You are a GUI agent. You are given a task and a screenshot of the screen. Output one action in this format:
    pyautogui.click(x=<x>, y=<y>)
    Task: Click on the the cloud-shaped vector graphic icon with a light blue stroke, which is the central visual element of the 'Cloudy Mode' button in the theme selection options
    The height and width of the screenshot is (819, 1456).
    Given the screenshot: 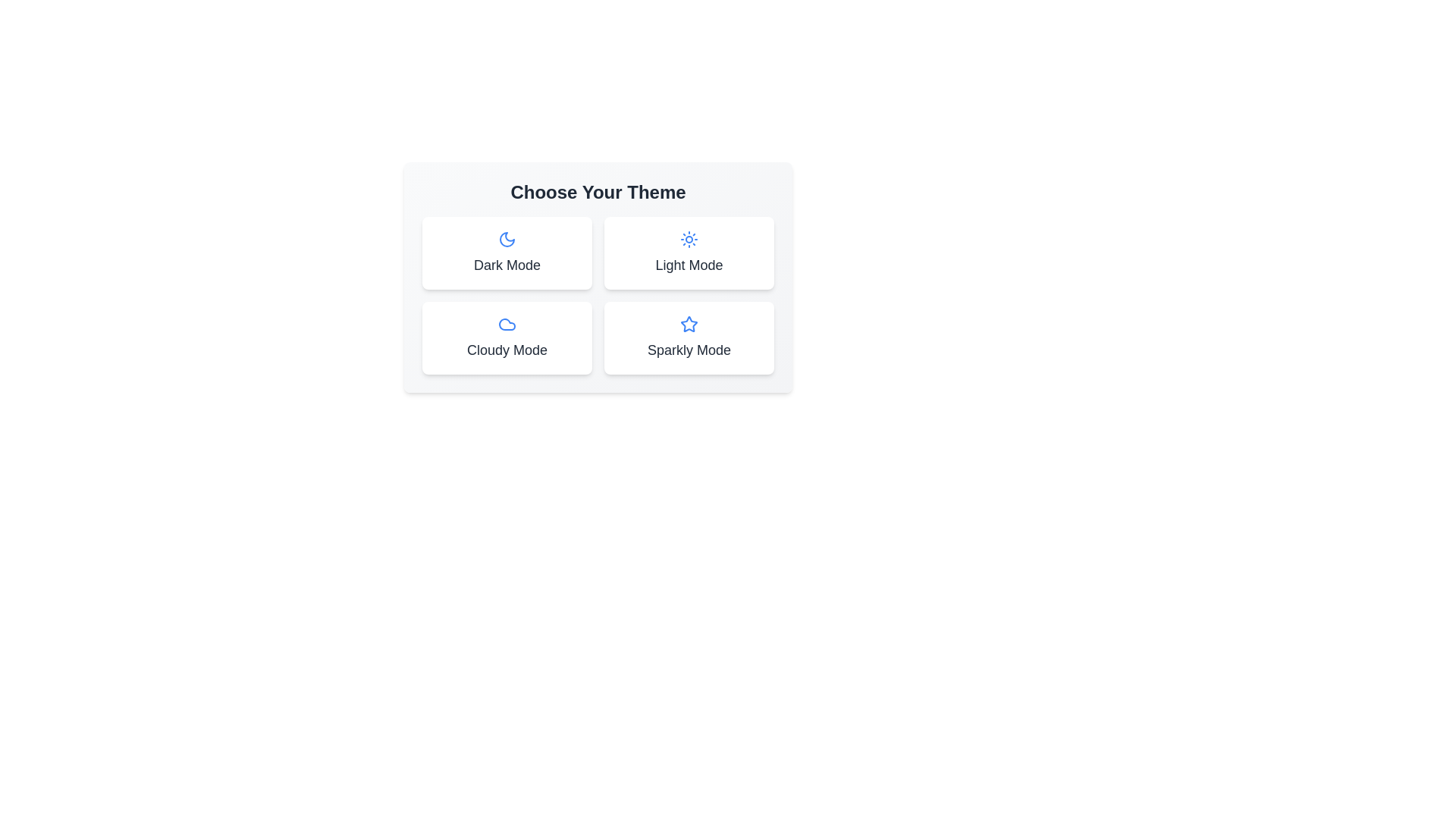 What is the action you would take?
    pyautogui.click(x=507, y=324)
    